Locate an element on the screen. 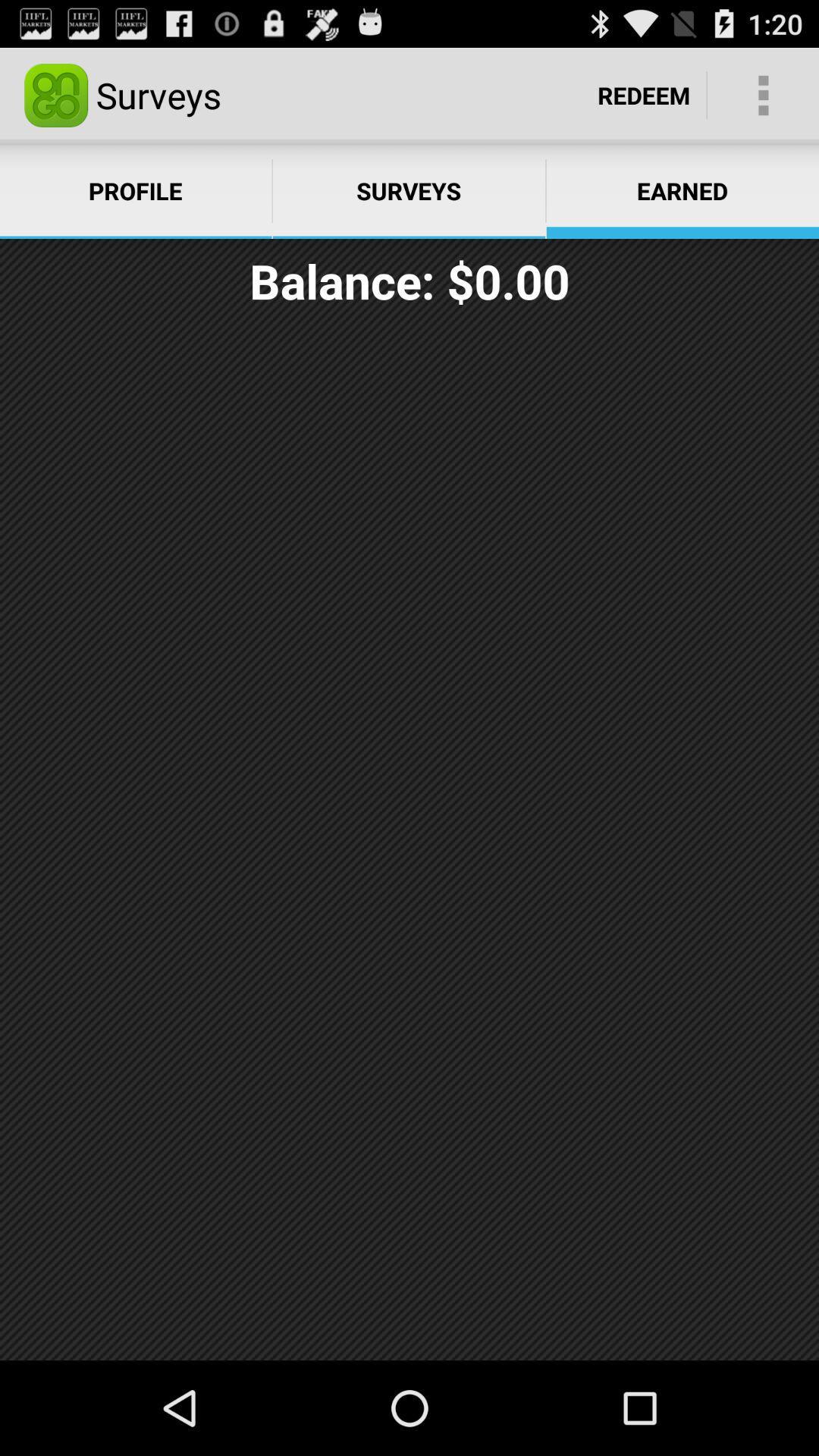 The width and height of the screenshot is (819, 1456). the icon above the earned app is located at coordinates (763, 94).